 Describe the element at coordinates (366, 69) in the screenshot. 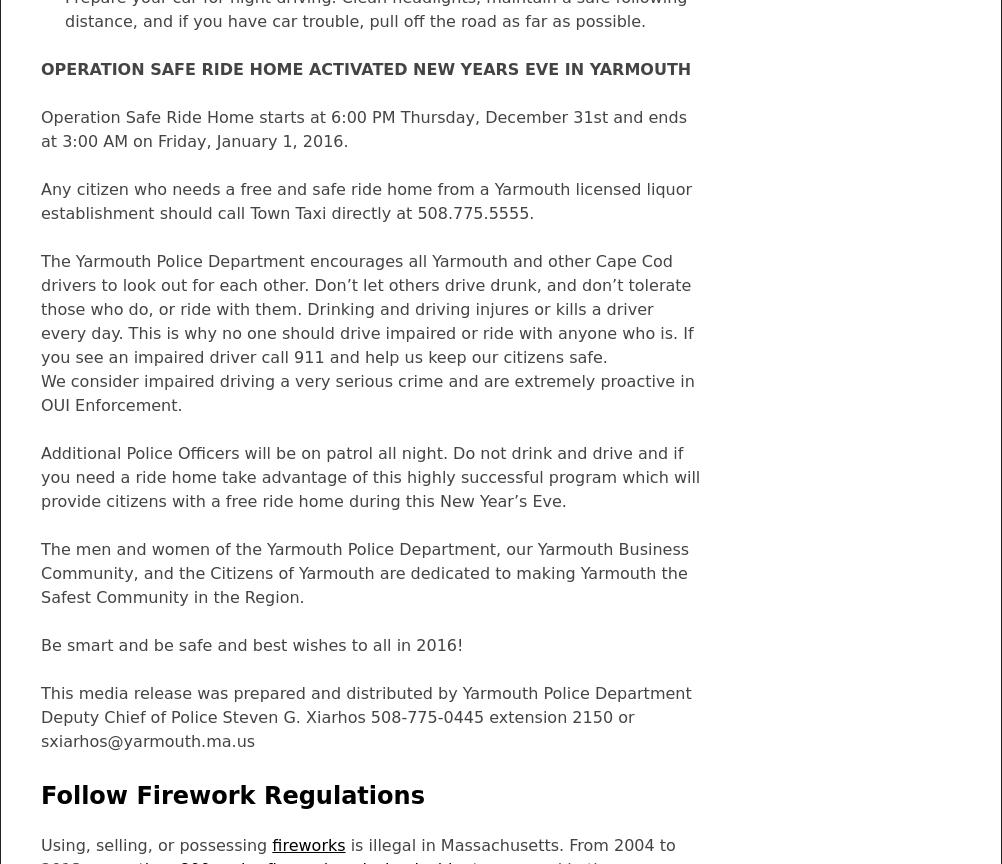

I see `'OPERATION SAFE RIDE HOME ACTIVATED NEW YEARS EVE IN YARMOUTH'` at that location.